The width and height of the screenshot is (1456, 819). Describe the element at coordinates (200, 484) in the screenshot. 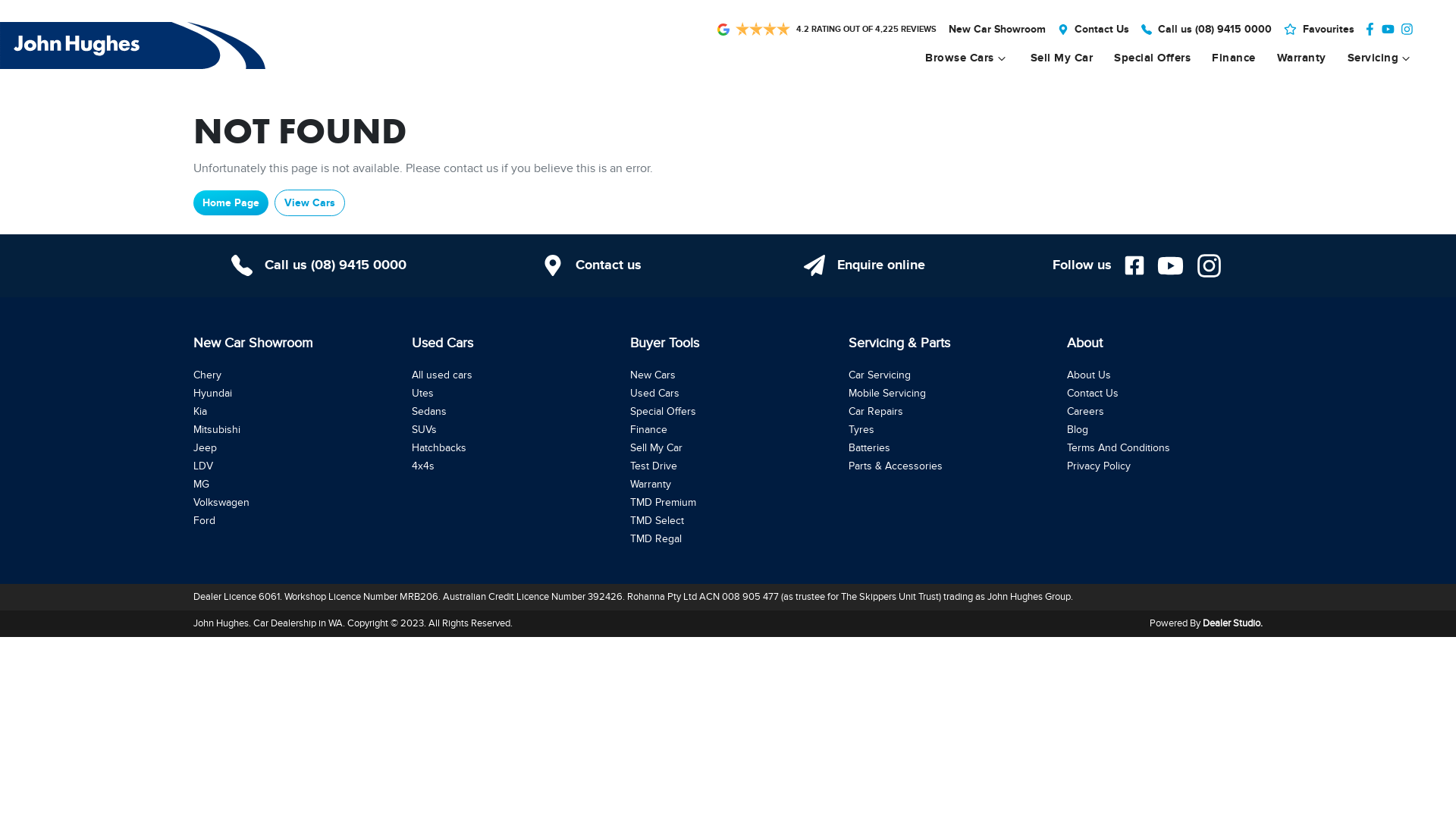

I see `'MG'` at that location.